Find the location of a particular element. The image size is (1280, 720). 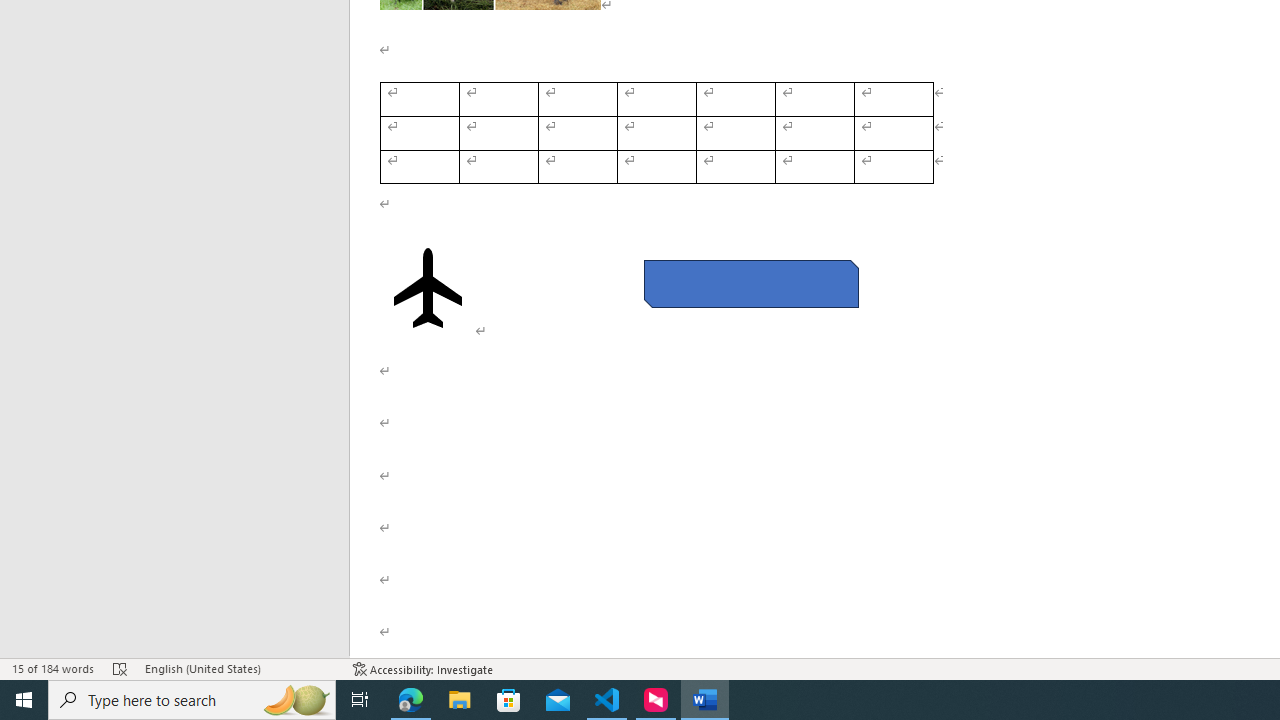

'Spelling and Grammar Check Errors' is located at coordinates (119, 669).